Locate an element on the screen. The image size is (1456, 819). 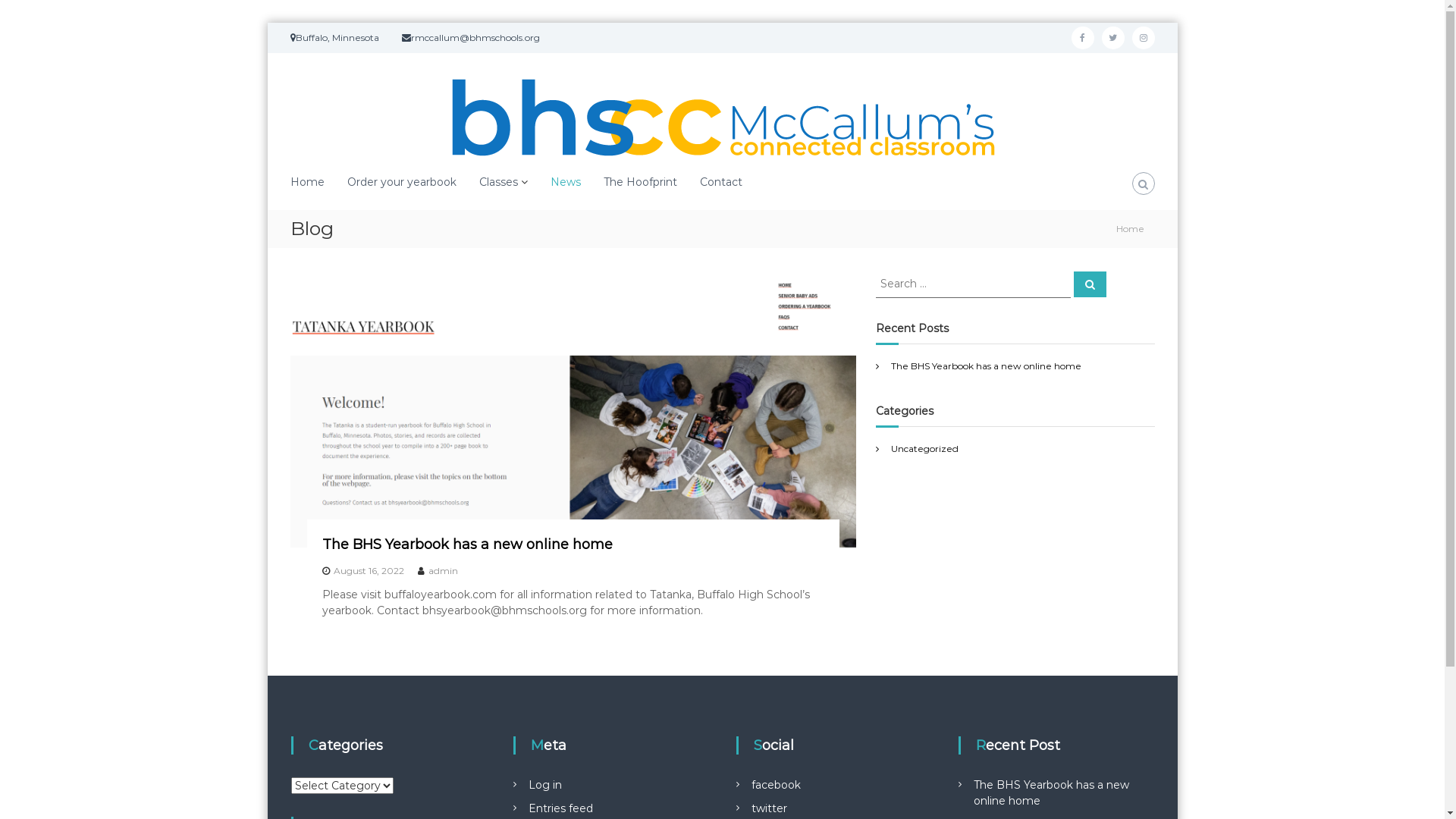
'Order your yearbook' is located at coordinates (401, 180).